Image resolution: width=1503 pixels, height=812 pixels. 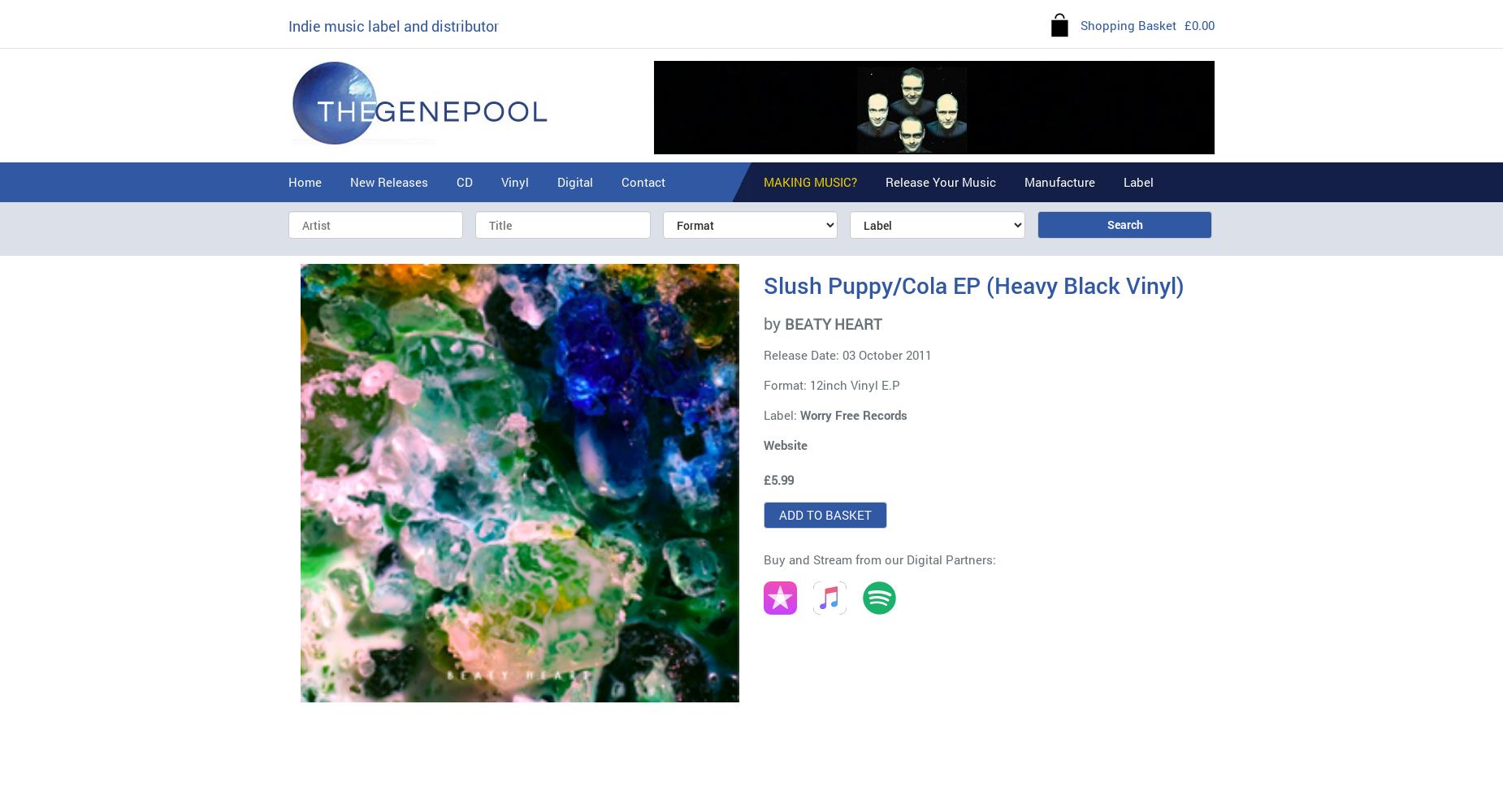 I want to click on '£0.00', so click(x=1199, y=25).